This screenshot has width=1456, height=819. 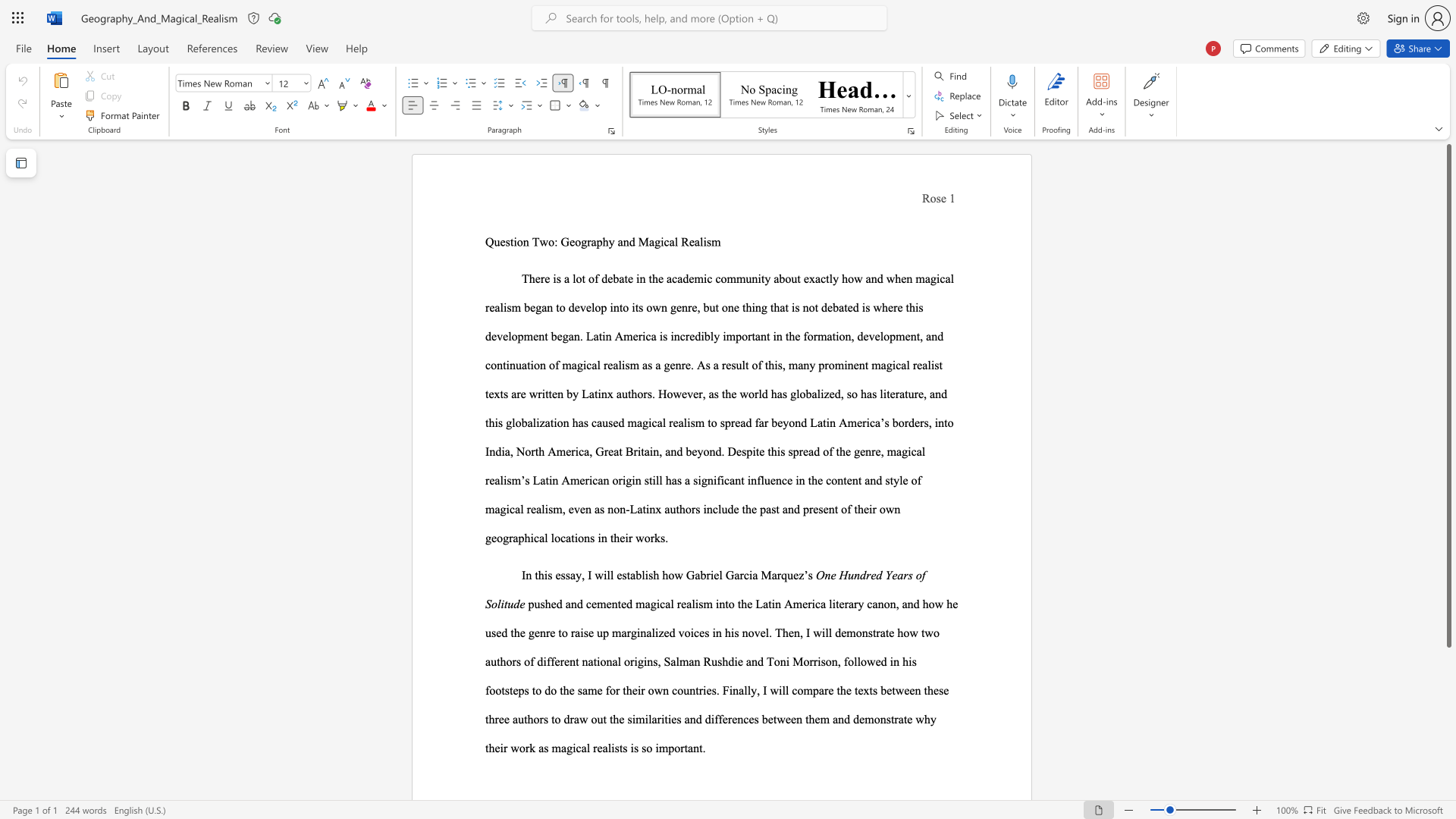 I want to click on the scrollbar to move the page downward, so click(x=1448, y=734).